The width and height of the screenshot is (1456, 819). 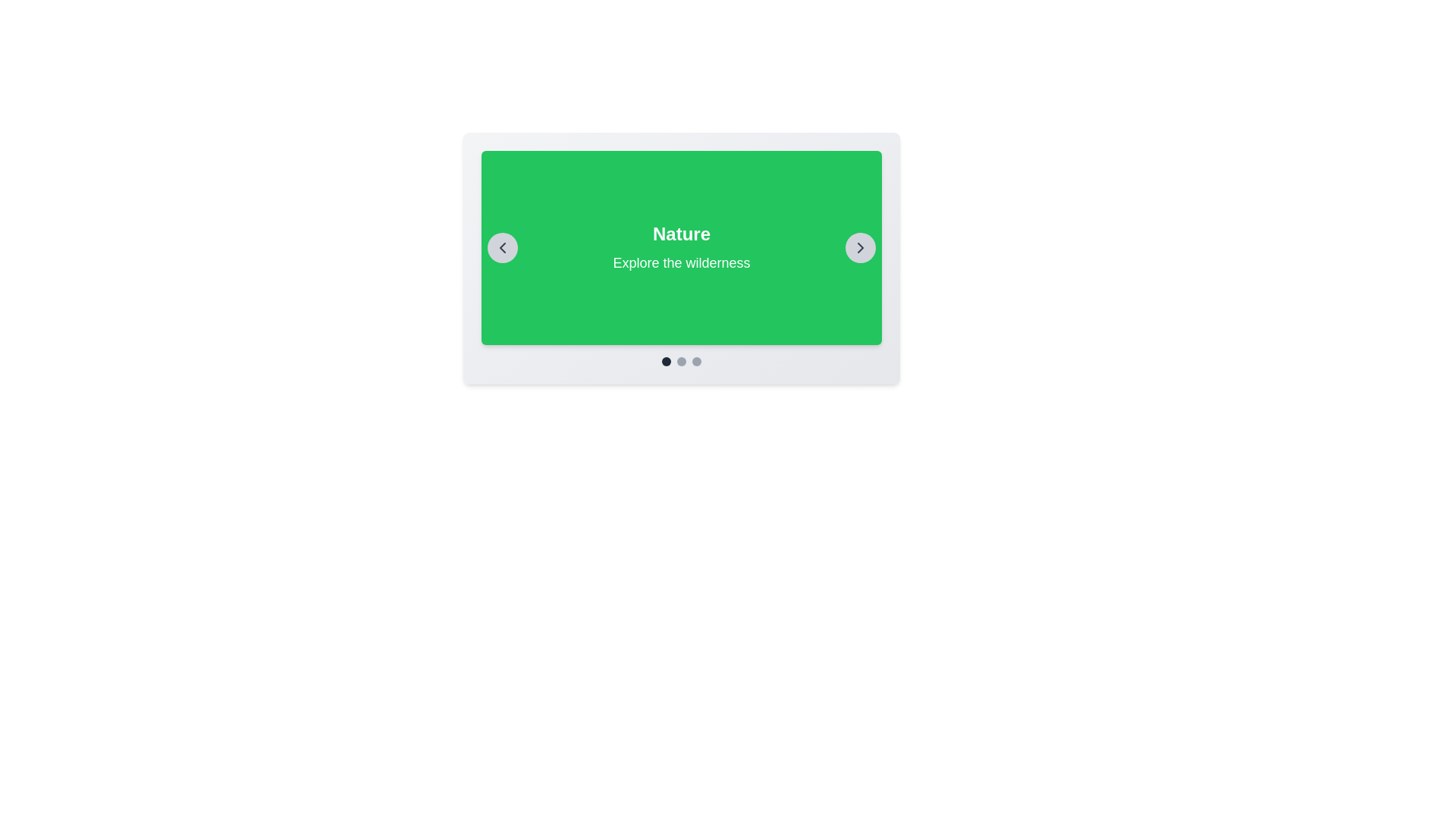 What do you see at coordinates (502, 247) in the screenshot?
I see `the left-pointing chevron icon enclosed in a circular button located at the middle-left border of the green content area` at bounding box center [502, 247].